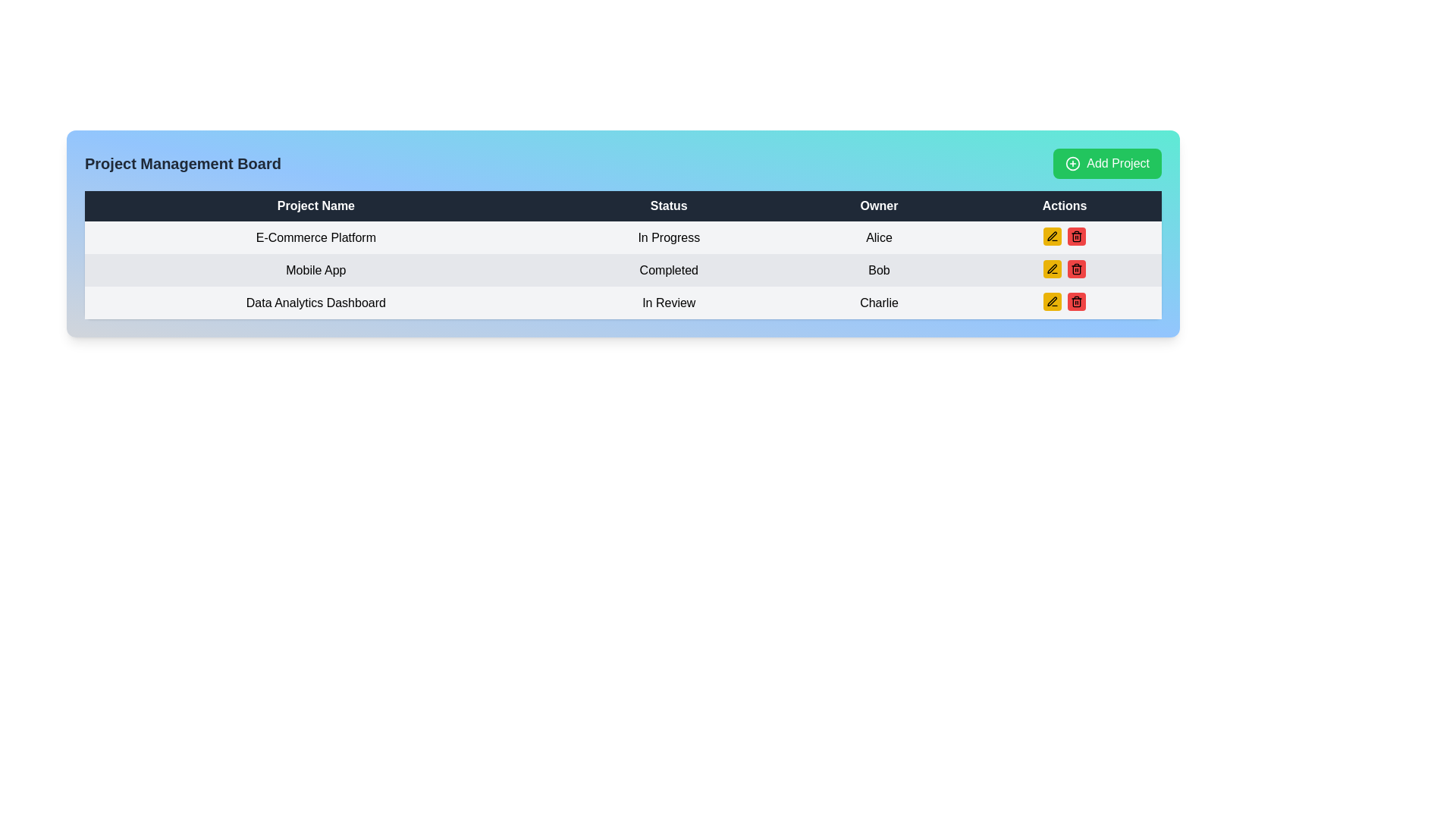 This screenshot has height=819, width=1456. Describe the element at coordinates (668, 237) in the screenshot. I see `text from the 'In Progress' text label located in the 'Status' column of the 'E-Commerce Platform' row in the tabular layout` at that location.